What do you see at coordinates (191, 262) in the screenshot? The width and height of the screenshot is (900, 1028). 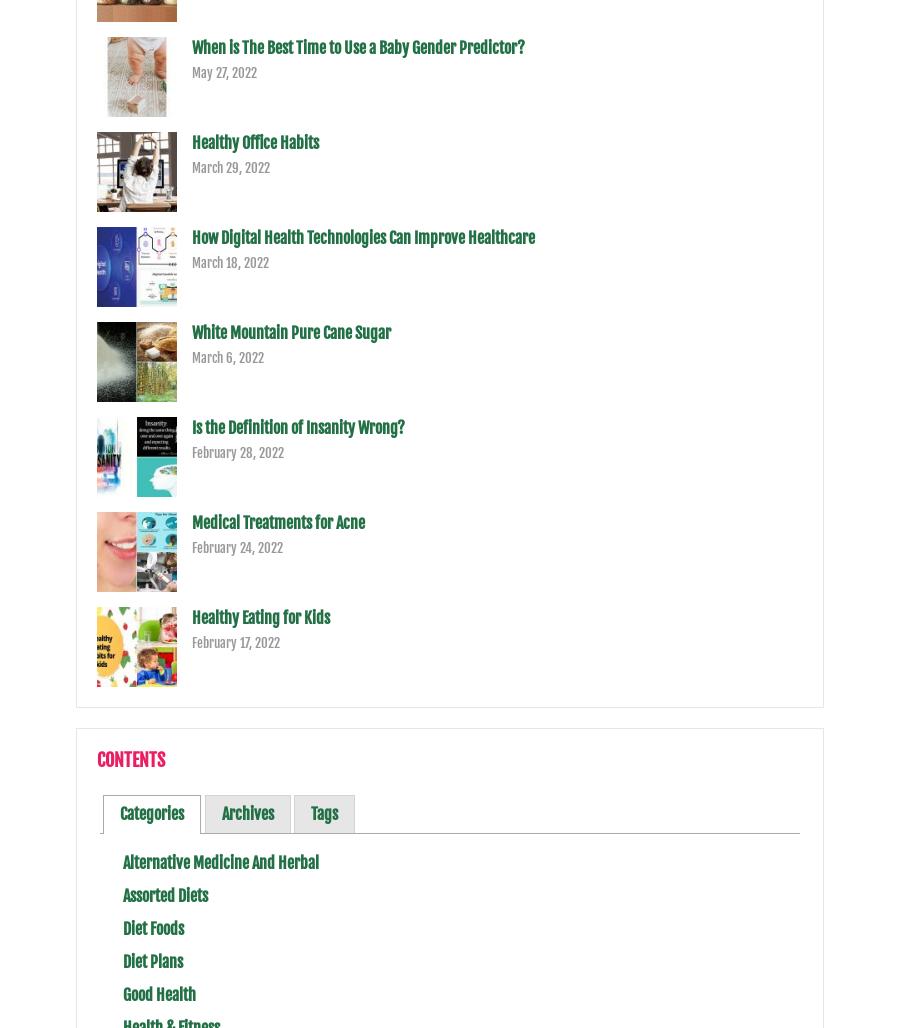 I see `'March 18, 2022'` at bounding box center [191, 262].